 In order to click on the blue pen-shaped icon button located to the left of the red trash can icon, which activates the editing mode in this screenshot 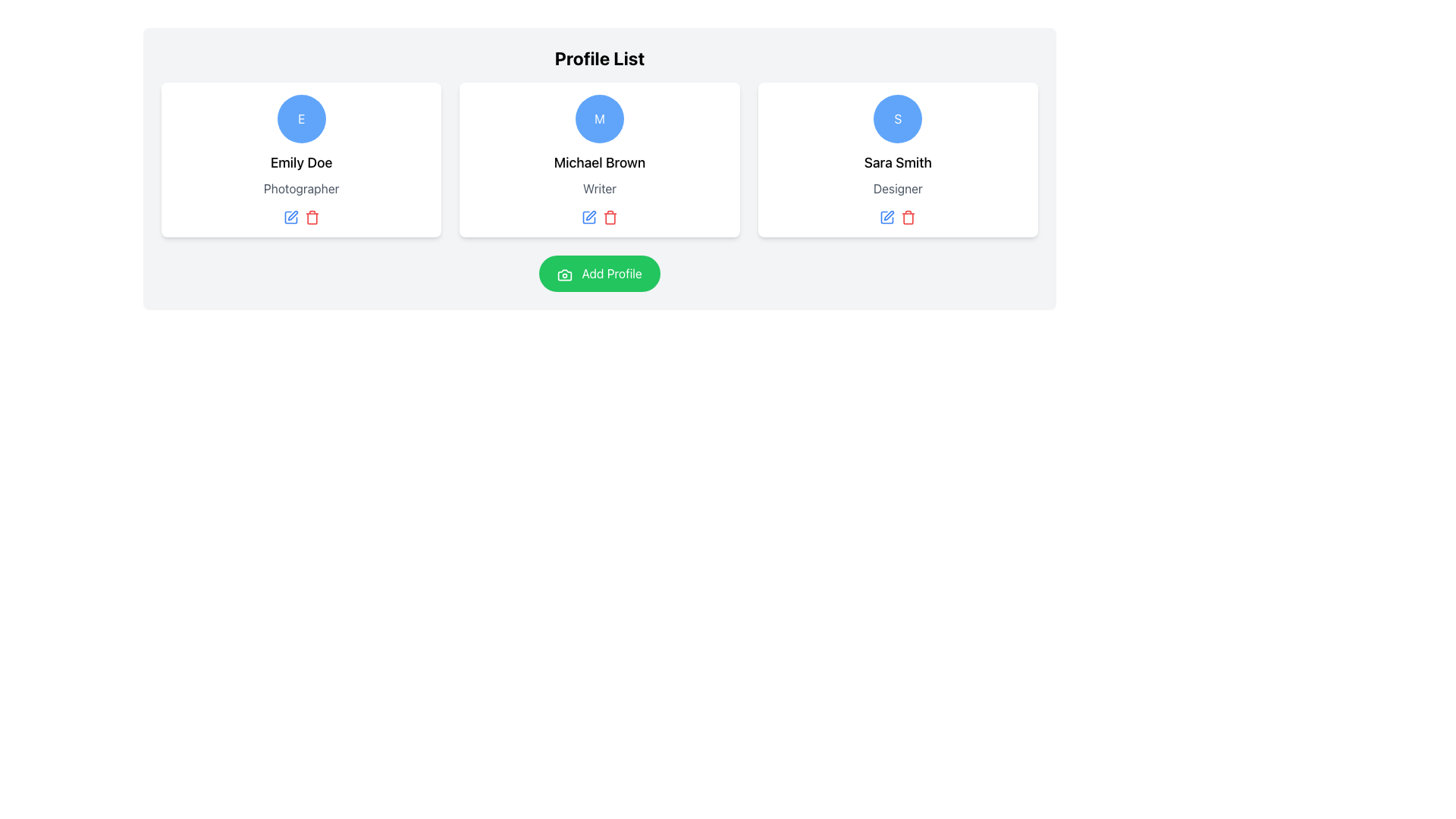, I will do `click(290, 217)`.